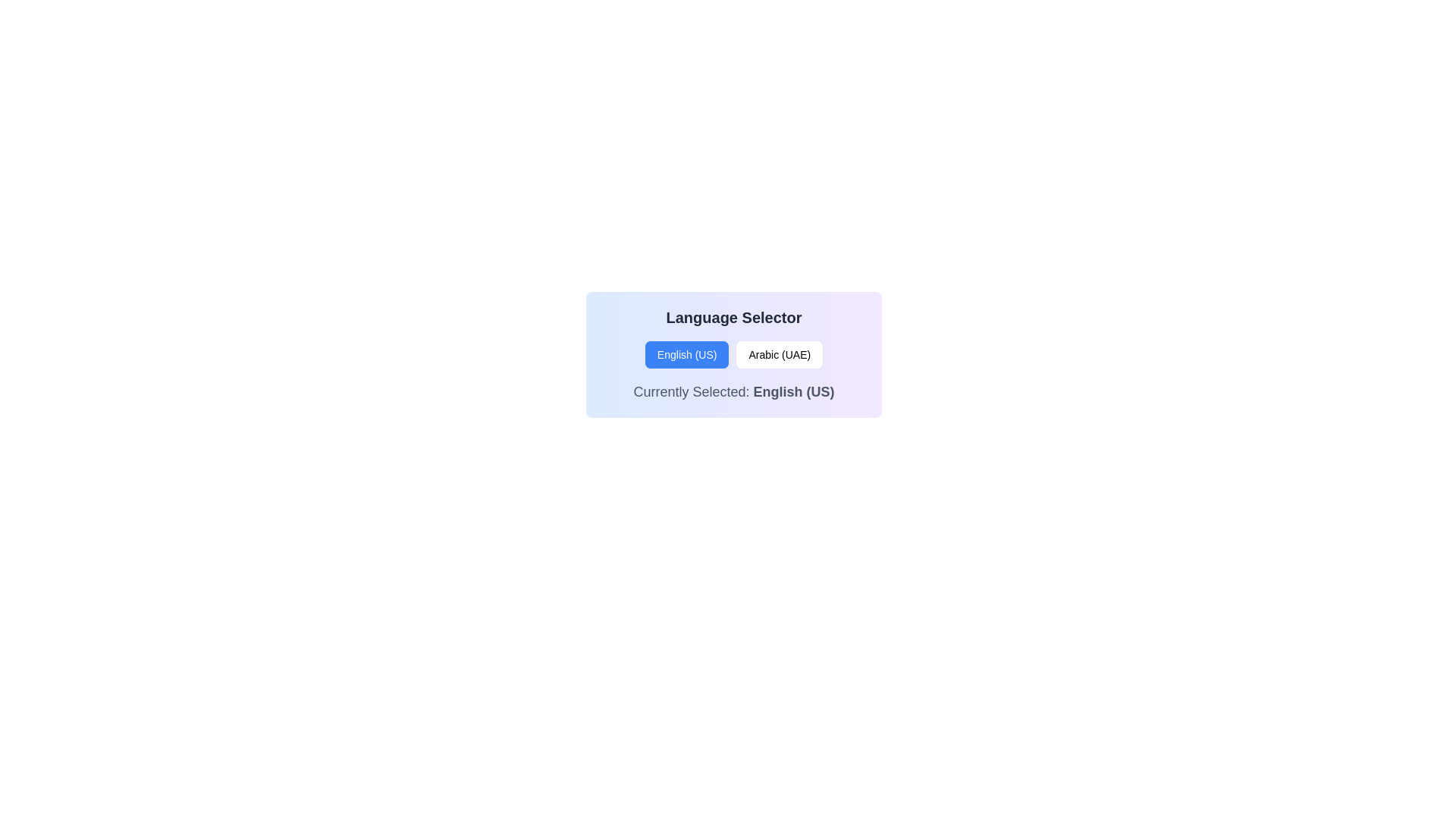 The height and width of the screenshot is (819, 1456). I want to click on the 'Language Selector' text element, which is a bold, large-sized dark gray header located at the top of a card-like section, so click(734, 317).